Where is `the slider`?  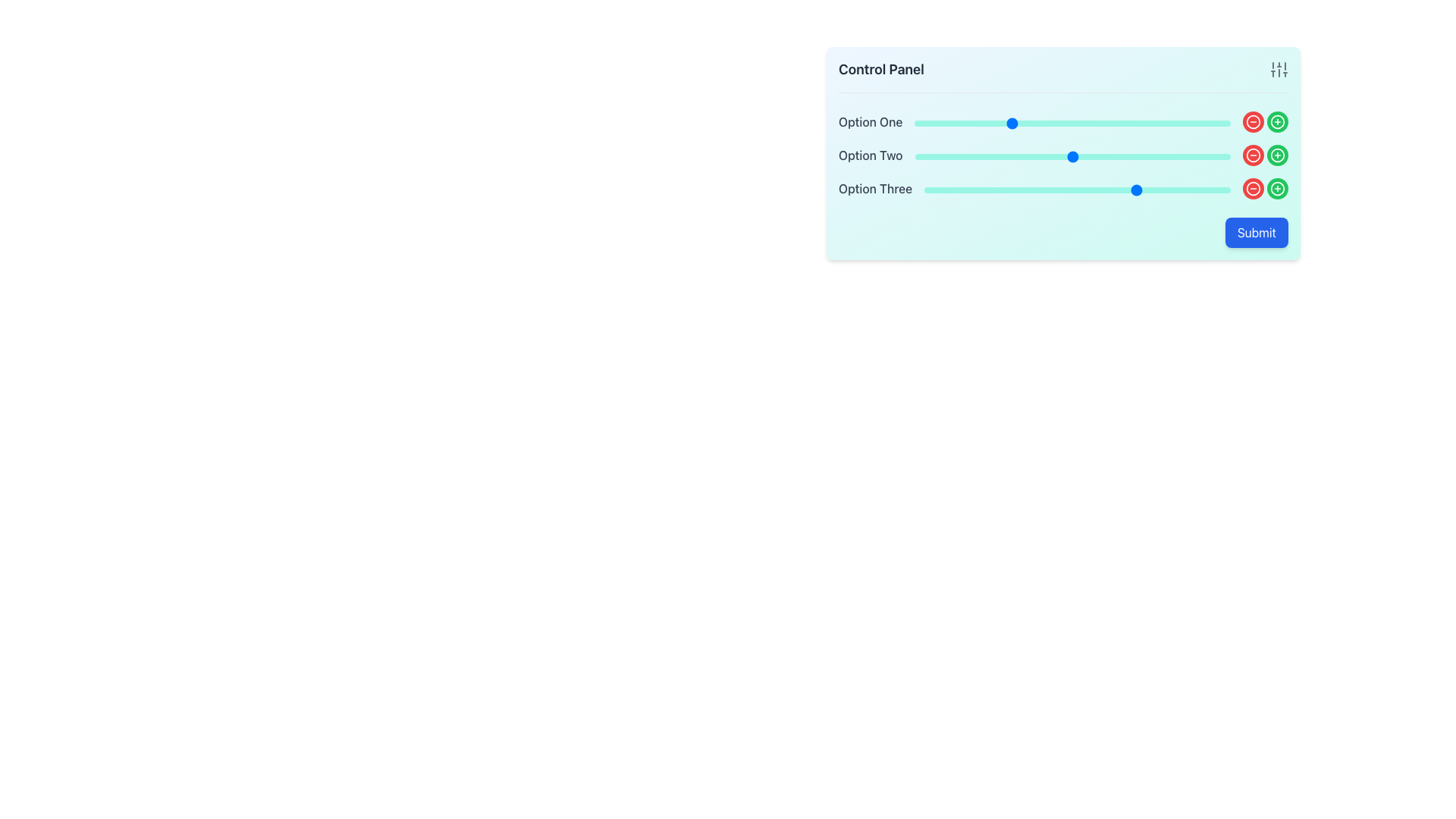 the slider is located at coordinates (1034, 157).